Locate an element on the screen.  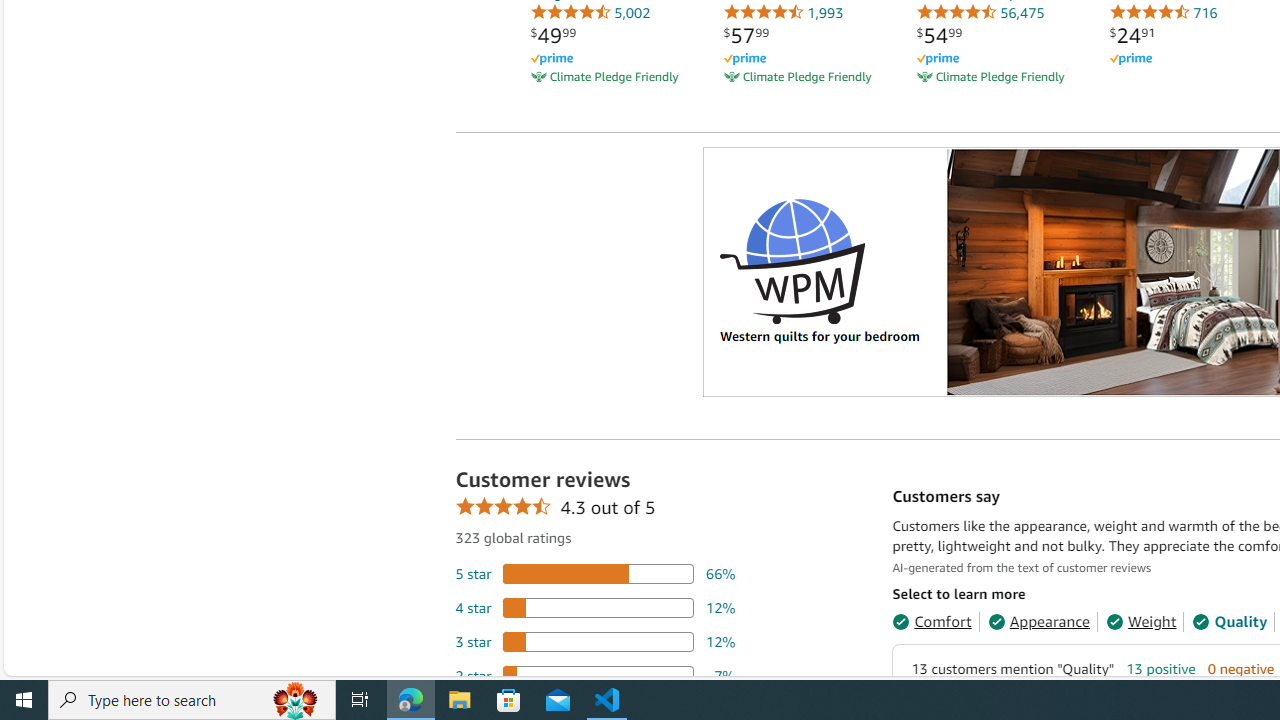
'56,475' is located at coordinates (980, 12).